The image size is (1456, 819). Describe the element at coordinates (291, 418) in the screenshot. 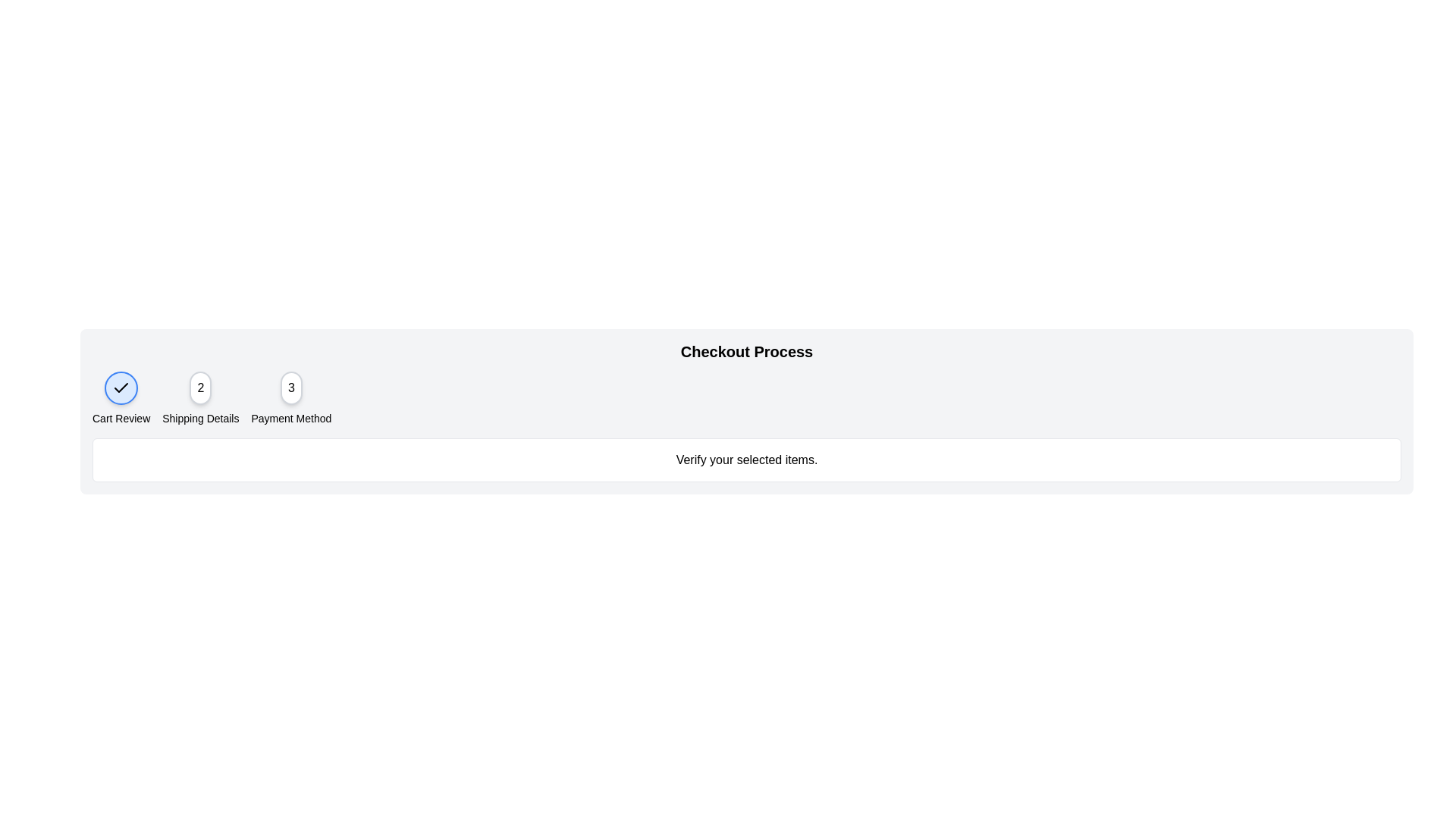

I see `the 'Payment Method' text label, which is displayed in a small font size below the circled number '3', indicating its association with the third step in a minimalistic checkout interface` at that location.